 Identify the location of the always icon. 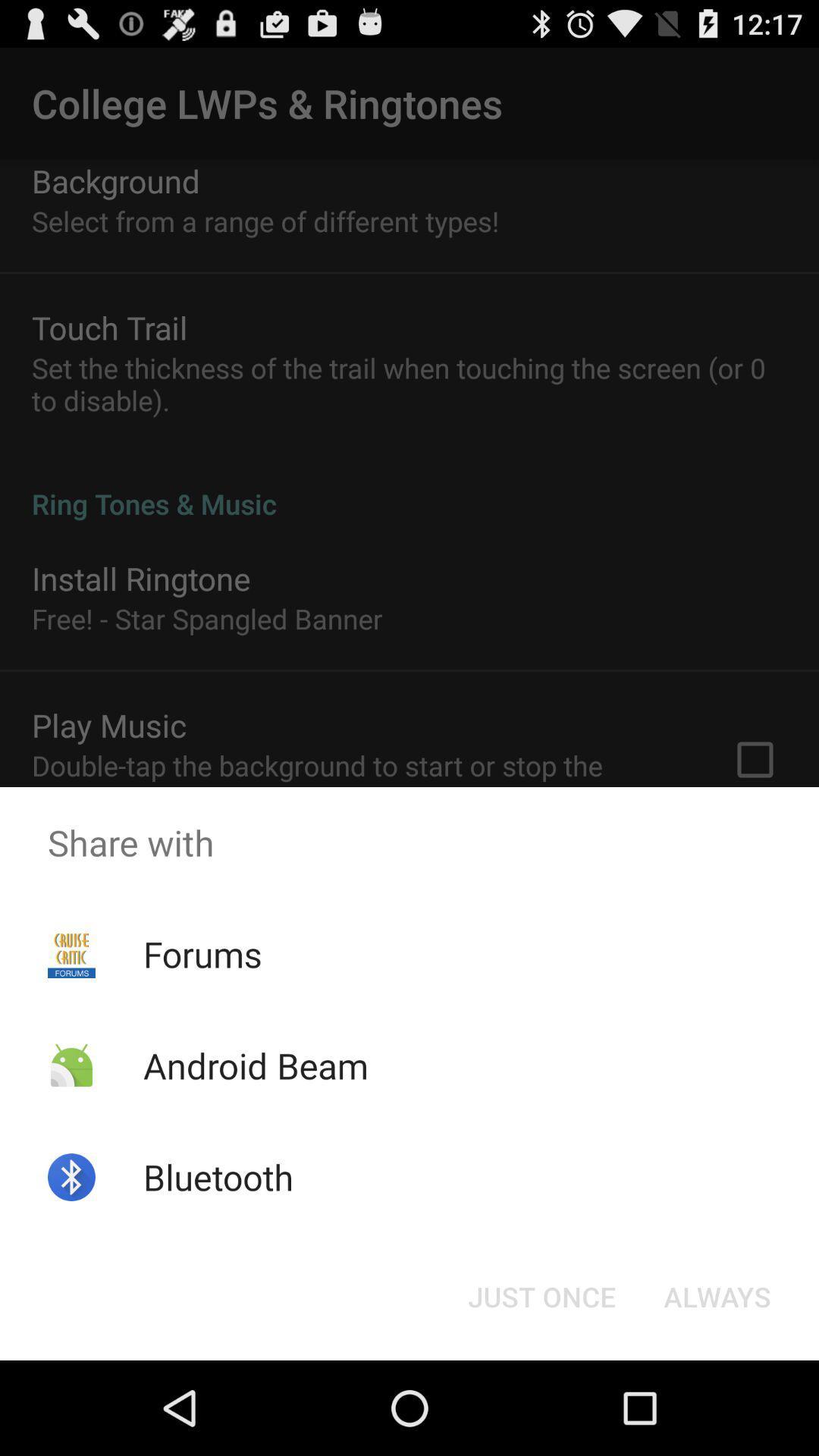
(717, 1295).